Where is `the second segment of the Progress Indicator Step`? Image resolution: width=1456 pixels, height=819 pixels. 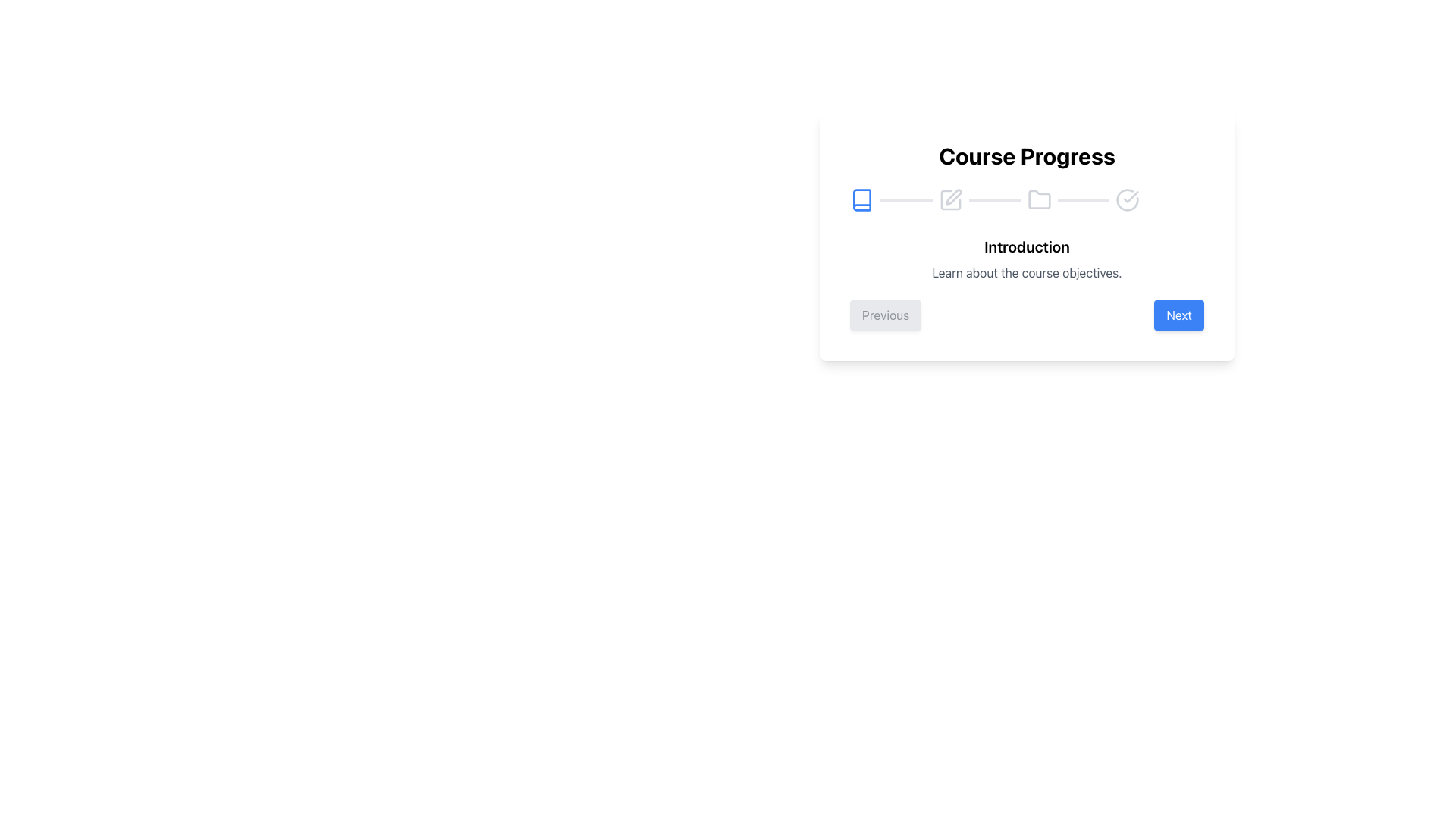 the second segment of the Progress Indicator Step is located at coordinates (983, 199).